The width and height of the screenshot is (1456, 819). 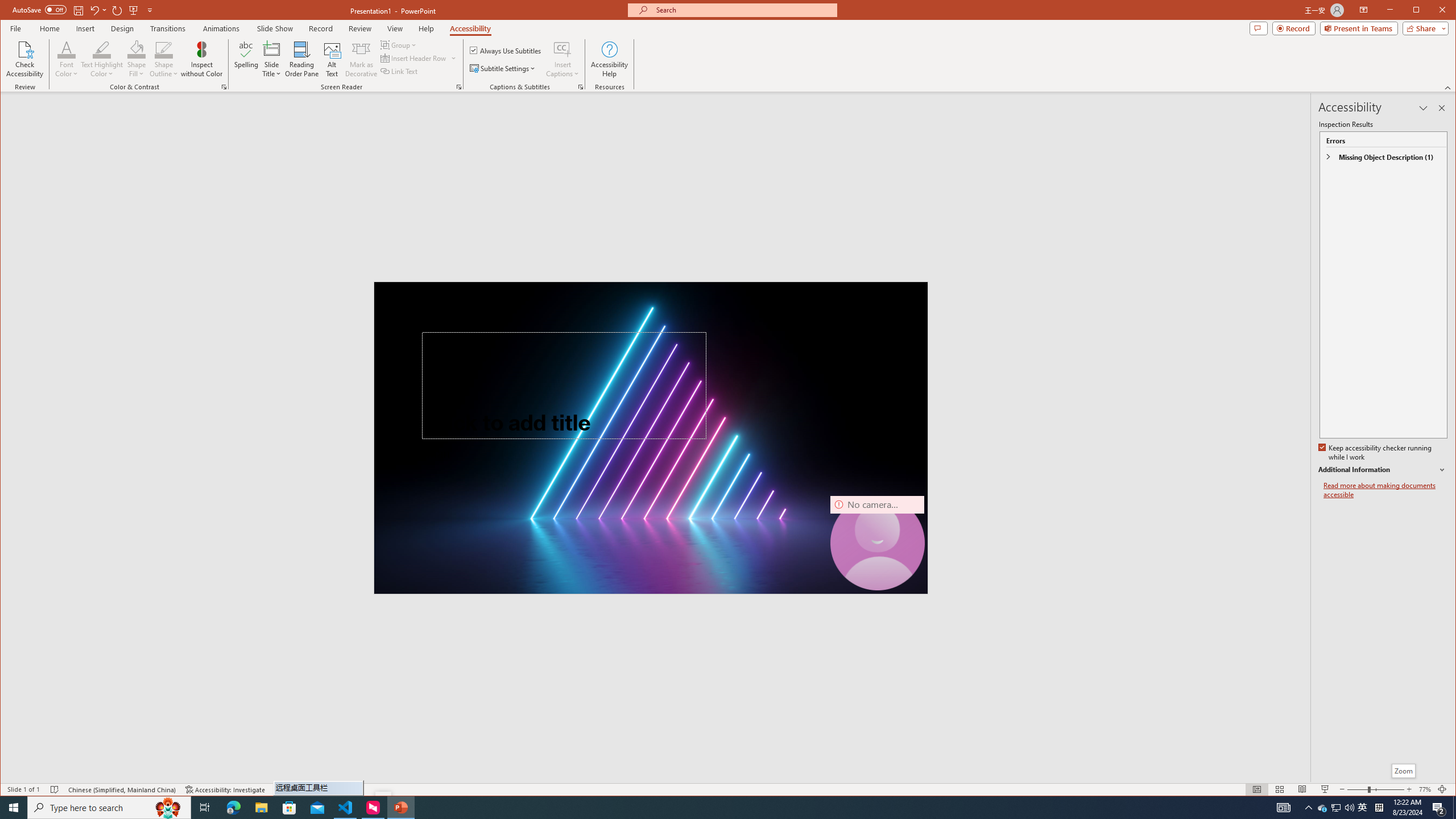 What do you see at coordinates (360, 59) in the screenshot?
I see `'Mark as Decorative'` at bounding box center [360, 59].